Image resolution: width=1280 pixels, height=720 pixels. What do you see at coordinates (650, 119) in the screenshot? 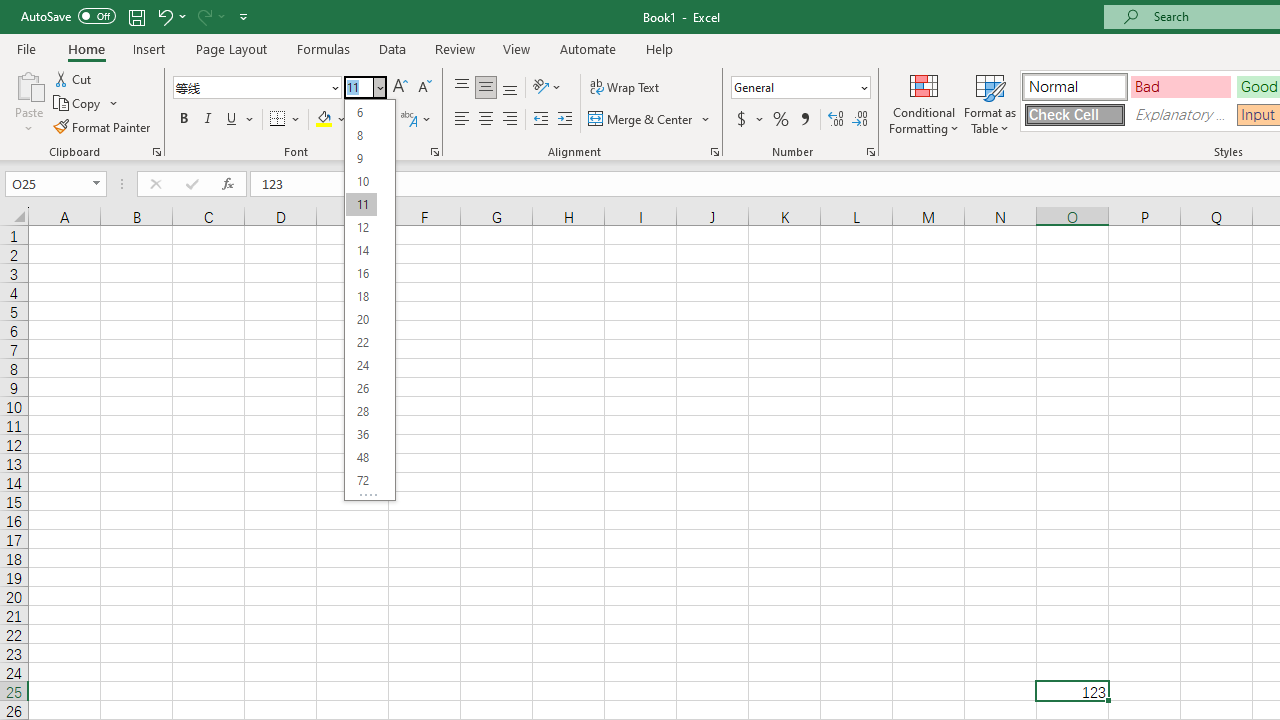
I see `'Merge & Center'` at bounding box center [650, 119].